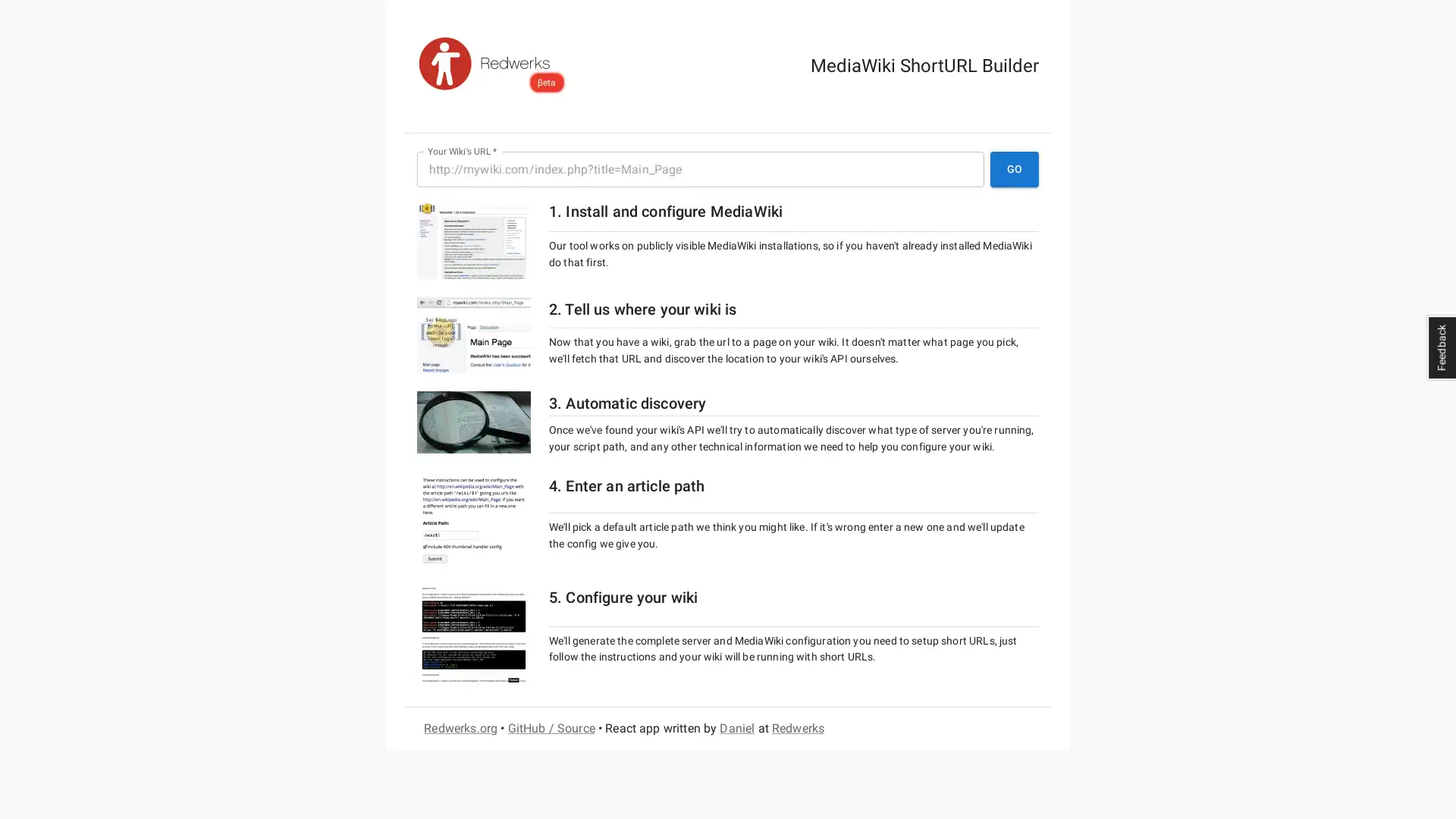  I want to click on GO, so click(1015, 169).